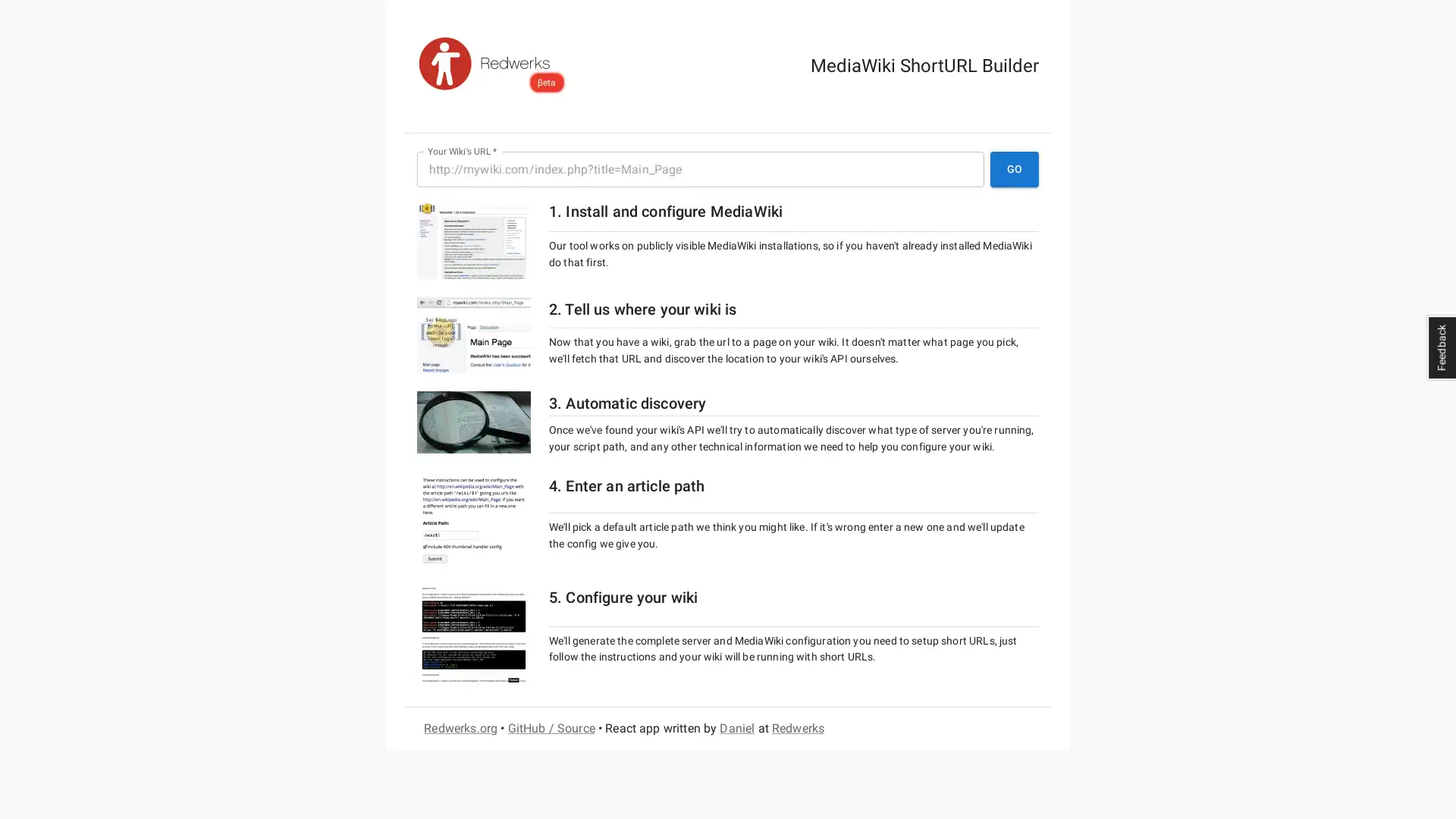  I want to click on GO, so click(1015, 169).